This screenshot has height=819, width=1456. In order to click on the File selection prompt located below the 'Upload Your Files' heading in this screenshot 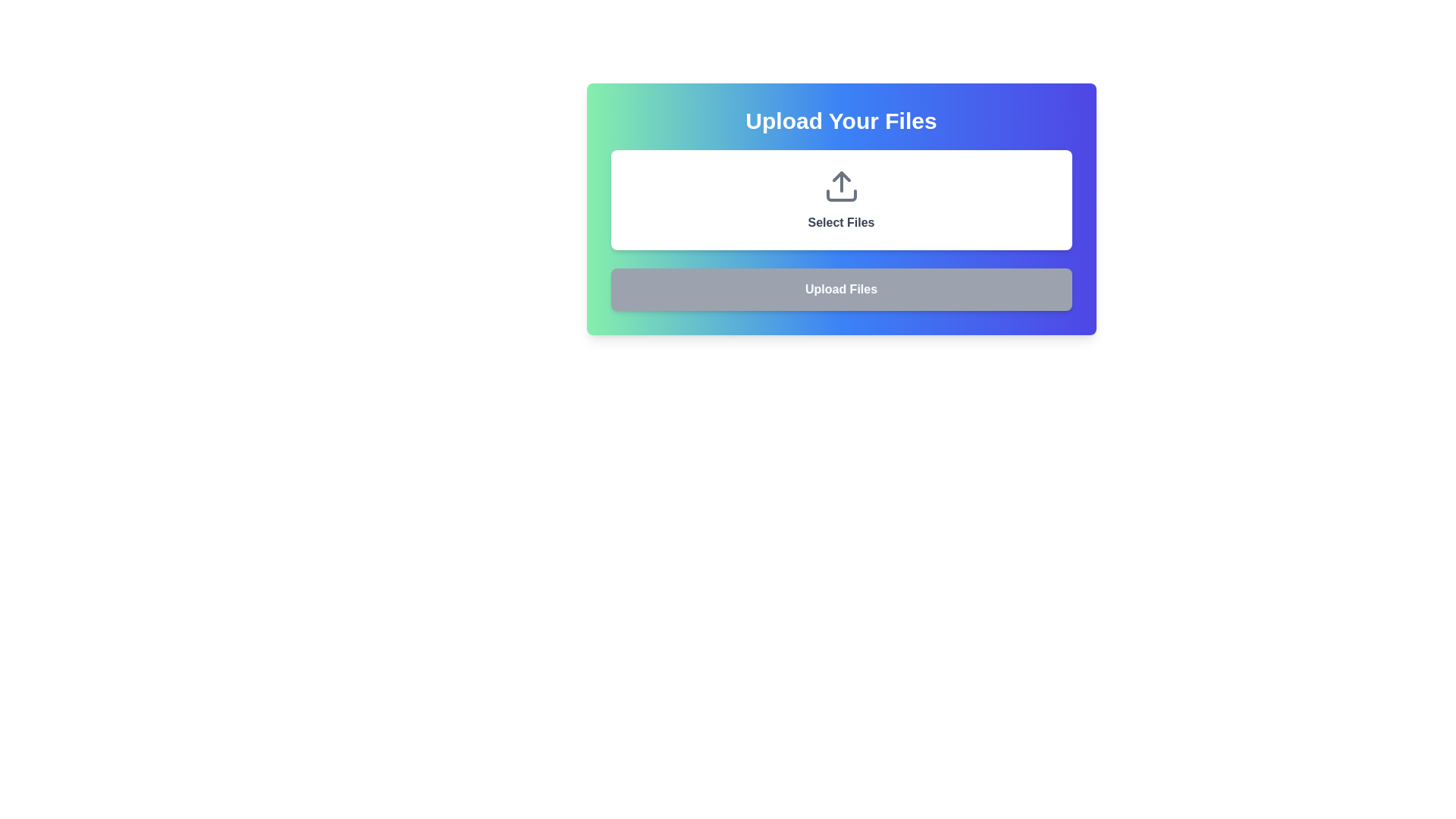, I will do `click(840, 199)`.